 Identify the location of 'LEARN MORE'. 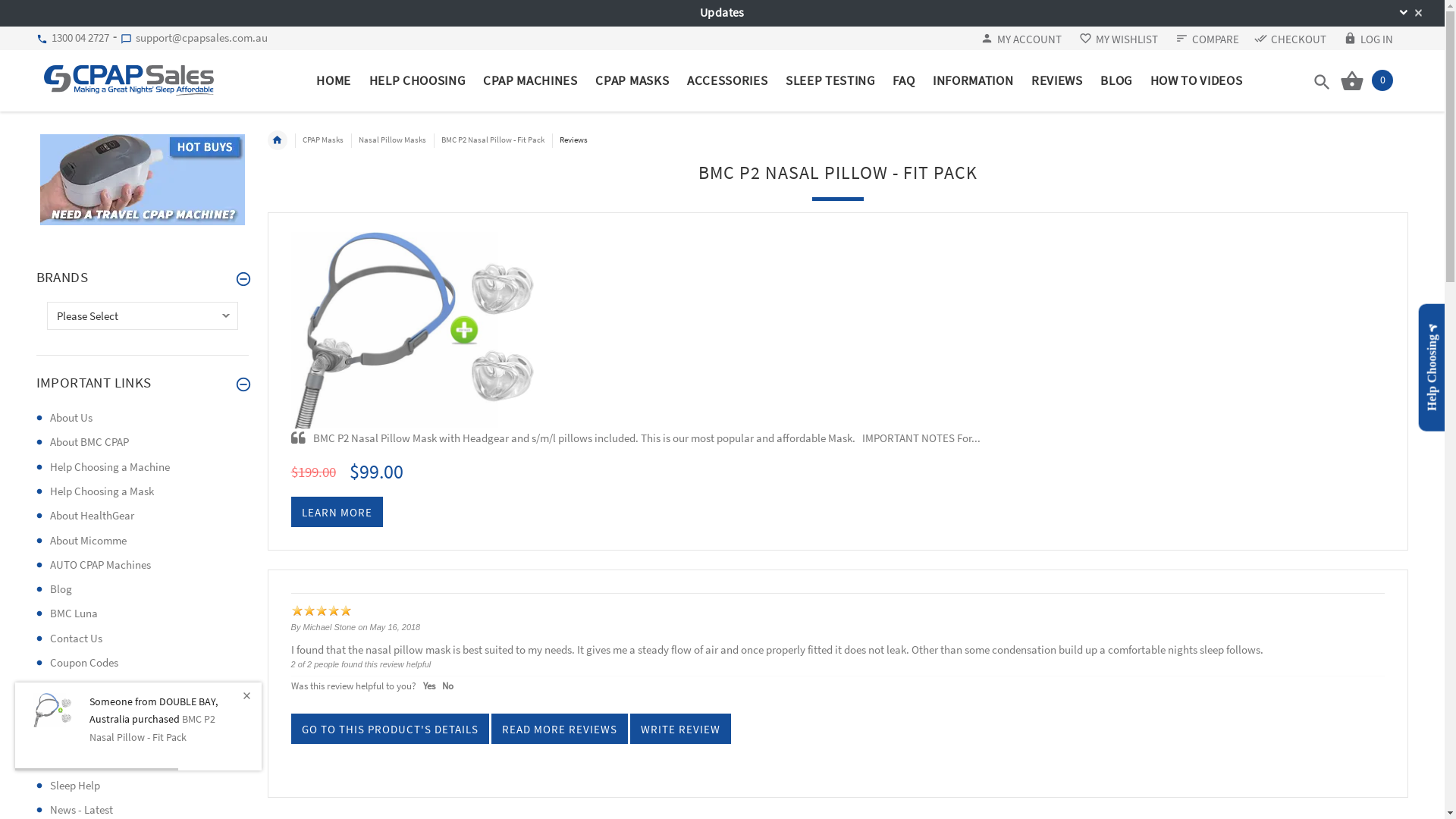
(336, 512).